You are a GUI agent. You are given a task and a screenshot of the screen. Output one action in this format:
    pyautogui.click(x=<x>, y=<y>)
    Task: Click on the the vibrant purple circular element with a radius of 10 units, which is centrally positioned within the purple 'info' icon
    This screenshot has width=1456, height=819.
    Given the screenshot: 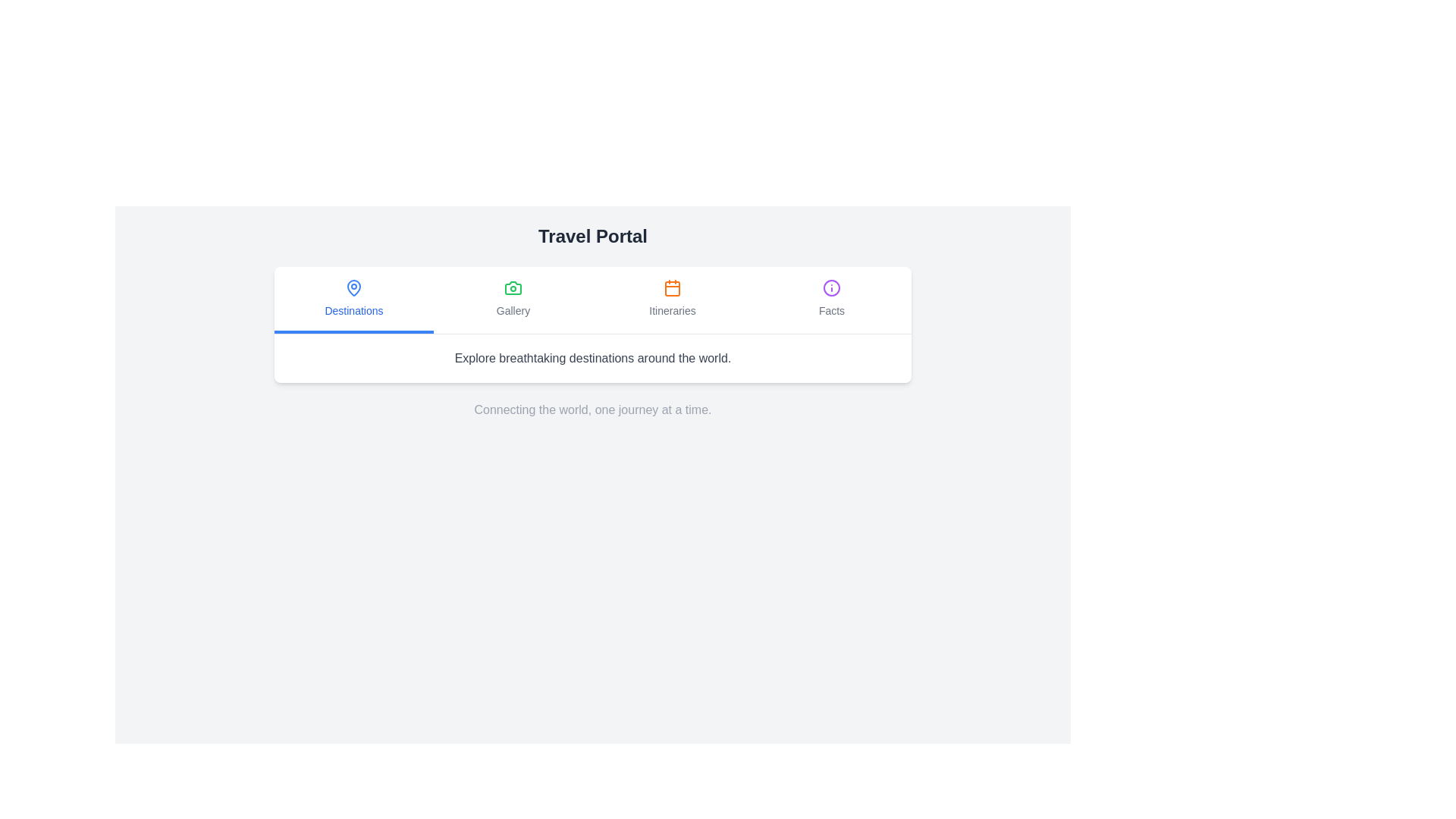 What is the action you would take?
    pyautogui.click(x=831, y=288)
    